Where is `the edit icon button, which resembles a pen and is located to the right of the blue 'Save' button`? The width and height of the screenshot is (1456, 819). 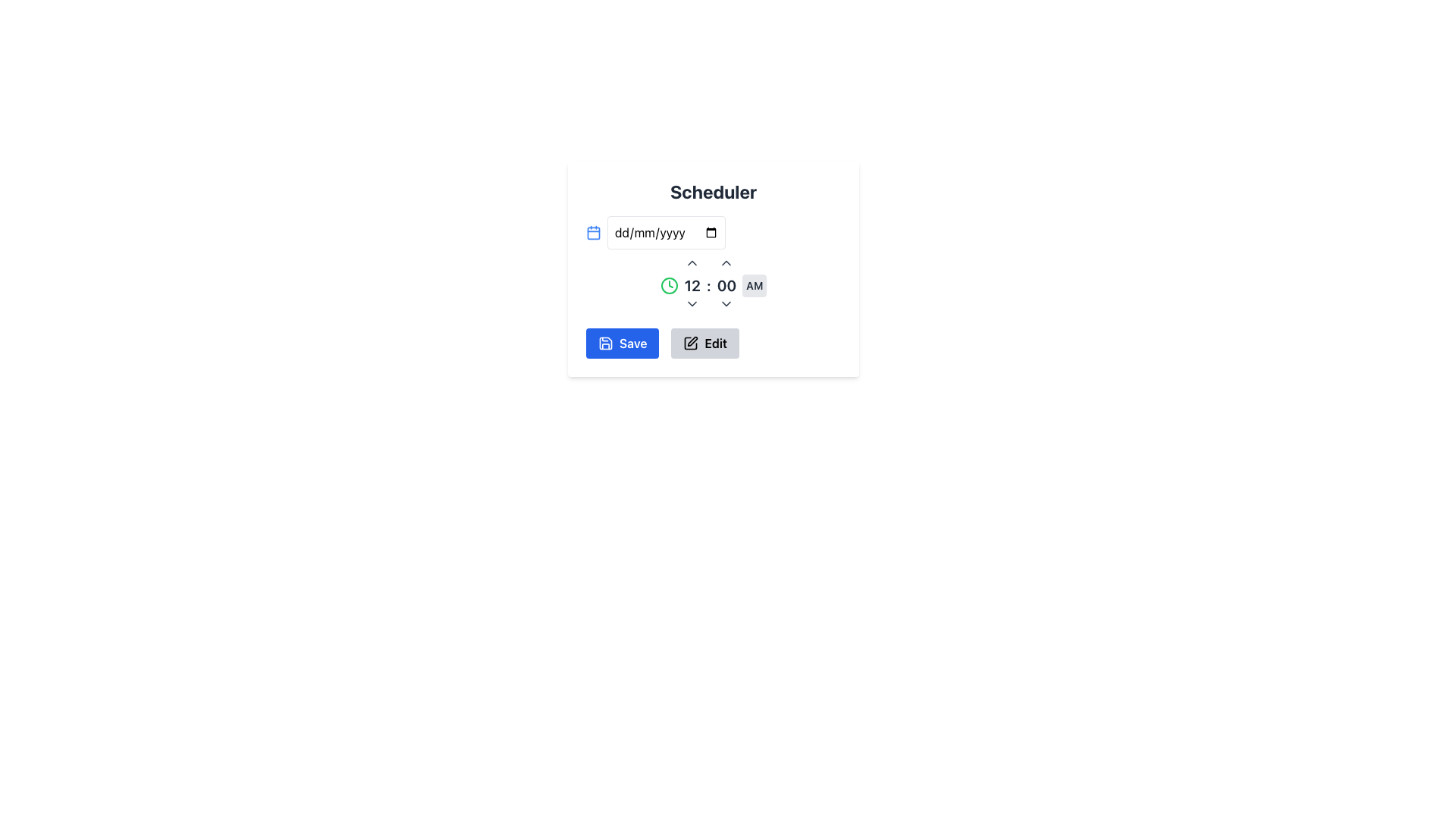 the edit icon button, which resembles a pen and is located to the right of the blue 'Save' button is located at coordinates (692, 341).